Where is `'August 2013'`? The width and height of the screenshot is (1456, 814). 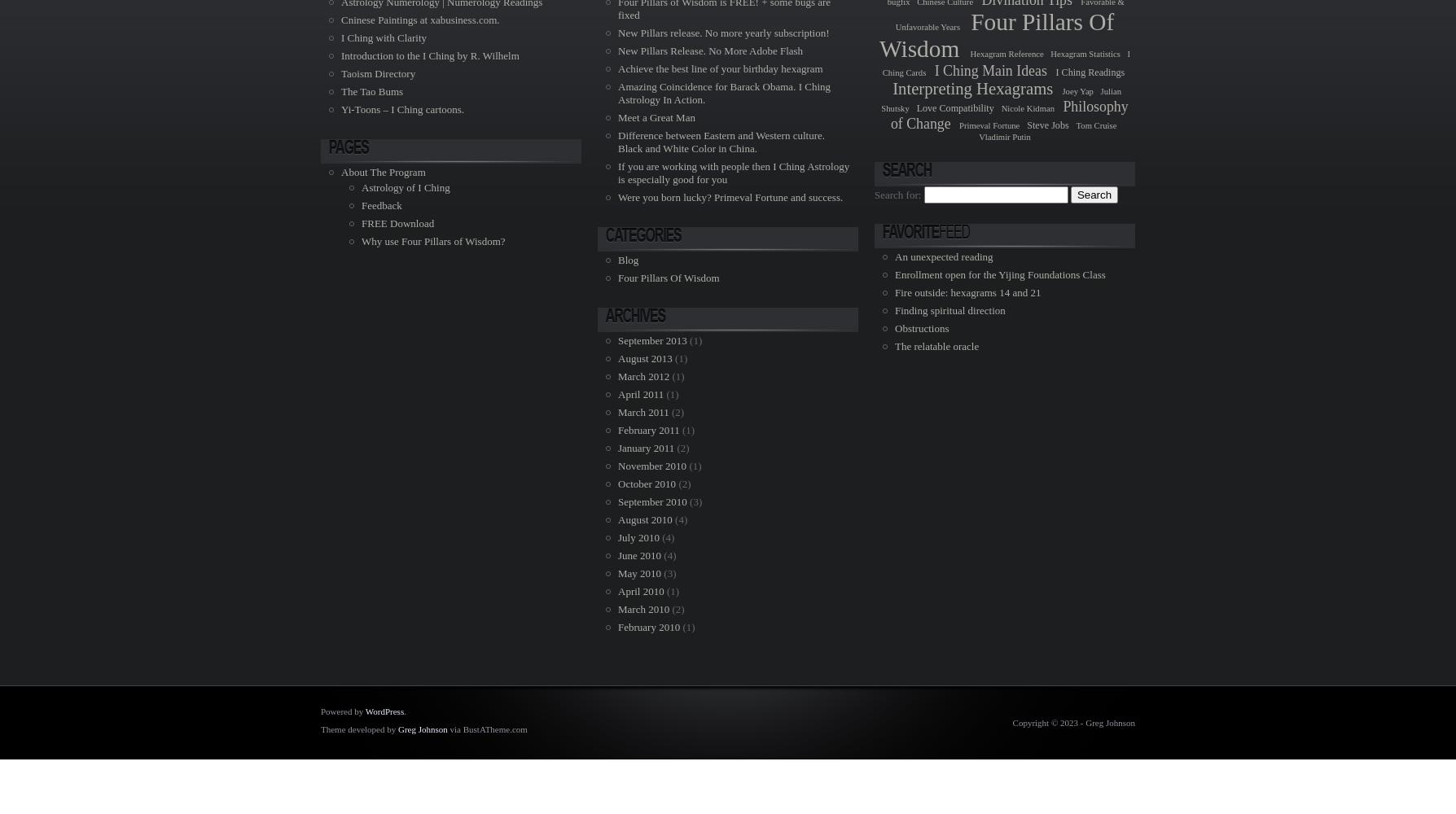
'August 2013' is located at coordinates (617, 357).